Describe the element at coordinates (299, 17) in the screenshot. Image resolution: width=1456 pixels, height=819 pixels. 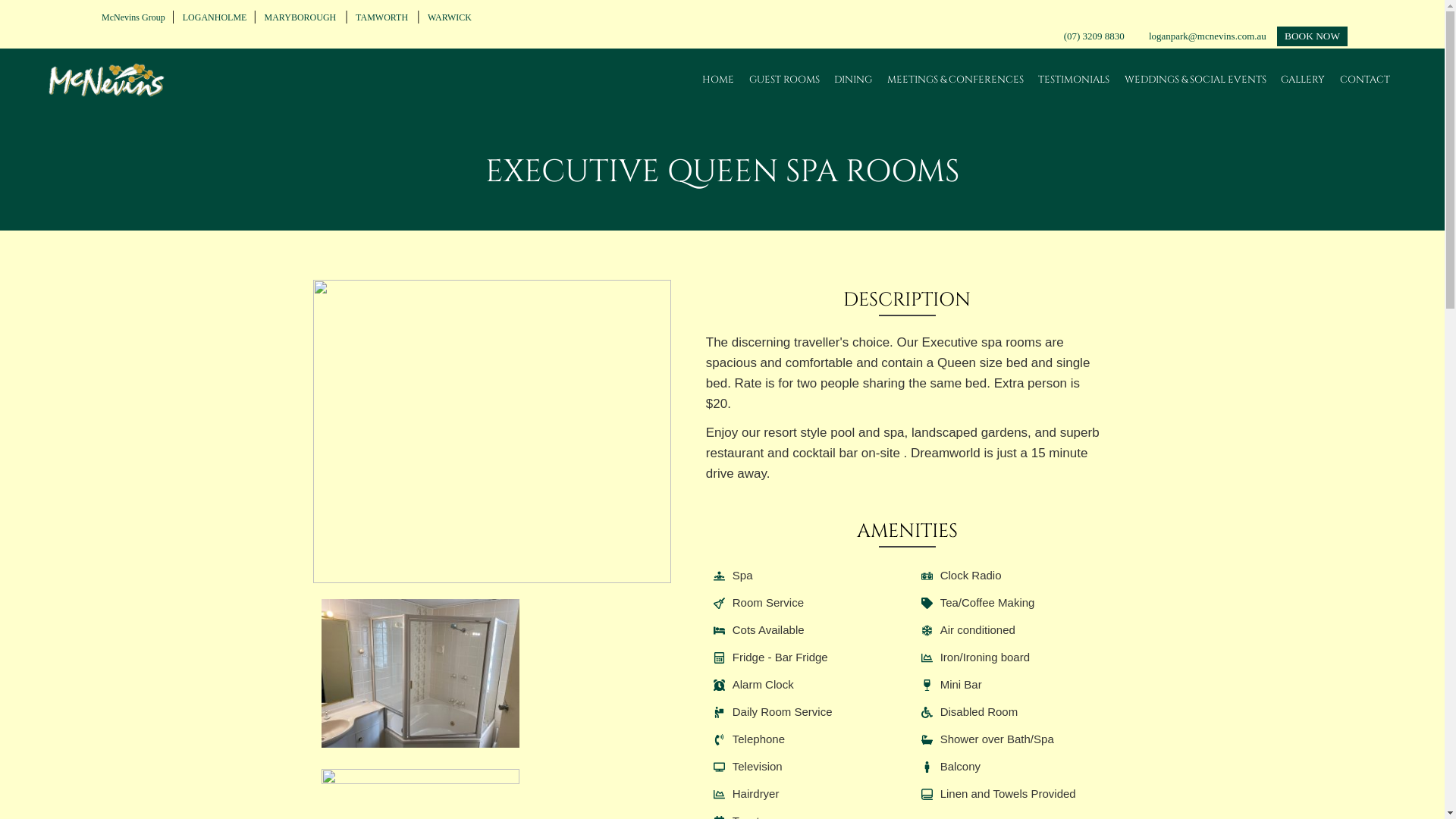
I see `'  MARYBOROUGH'` at that location.